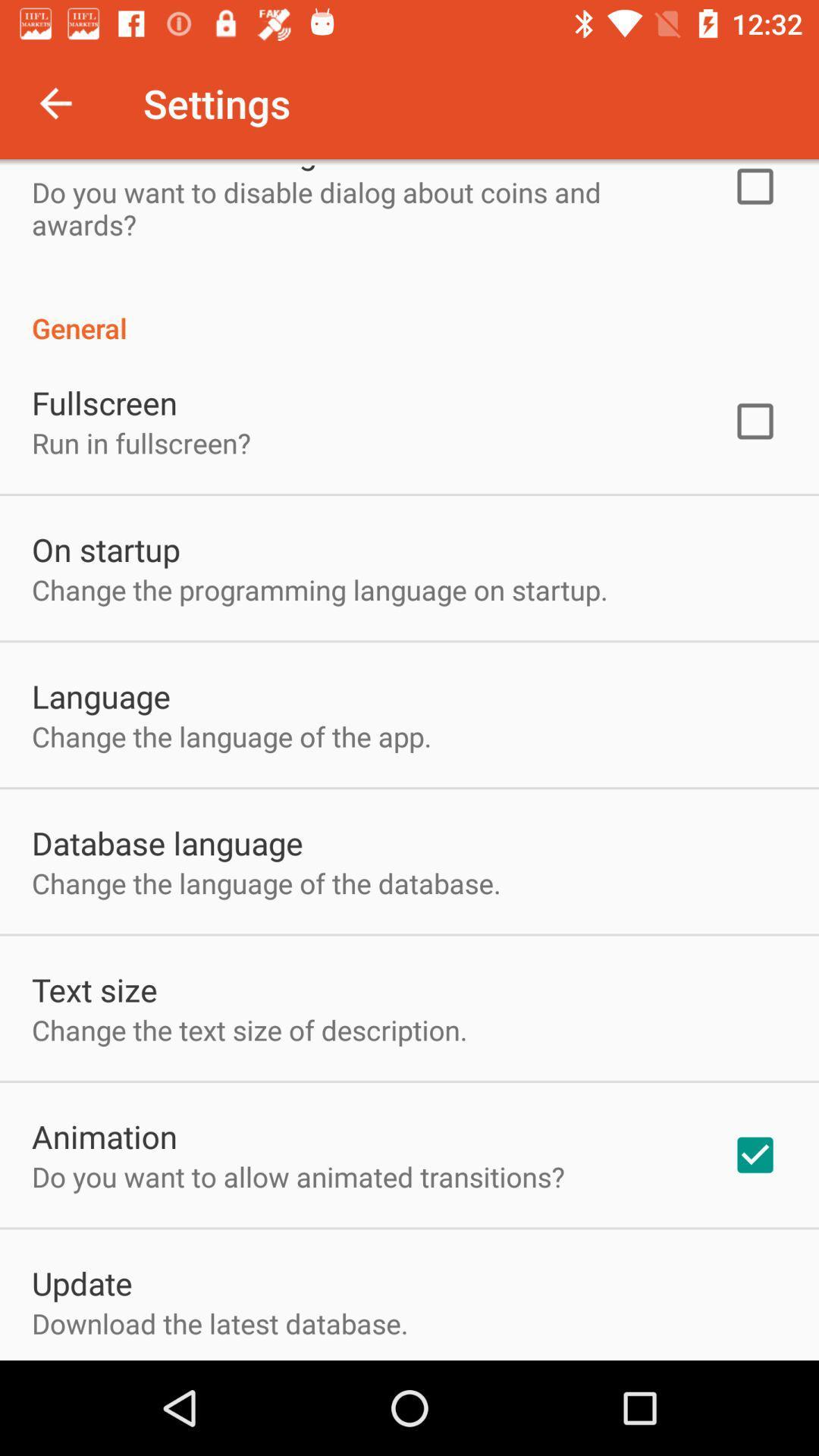 The image size is (819, 1456). I want to click on item to the left of settings icon, so click(55, 102).